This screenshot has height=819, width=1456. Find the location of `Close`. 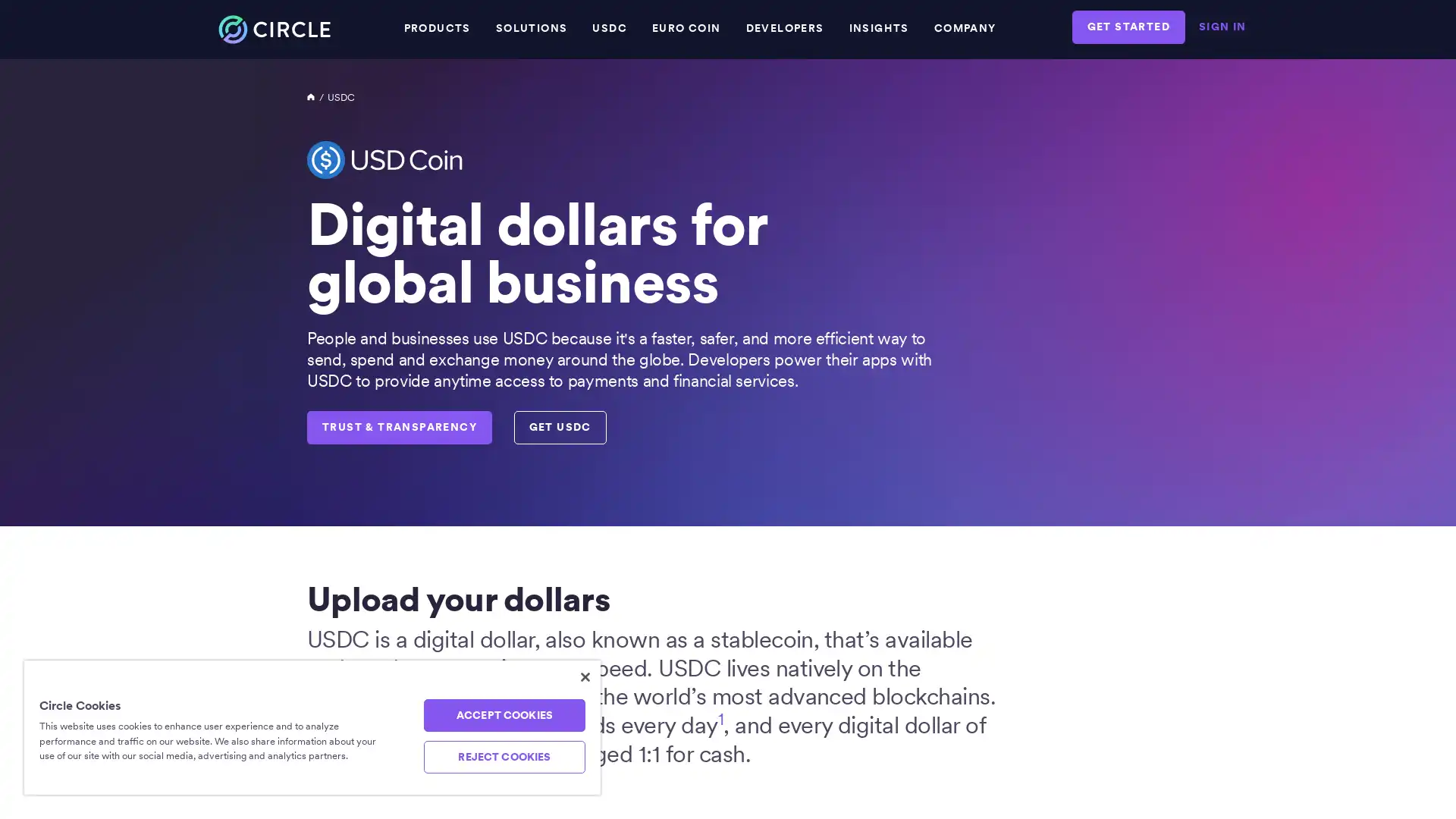

Close is located at coordinates (585, 676).